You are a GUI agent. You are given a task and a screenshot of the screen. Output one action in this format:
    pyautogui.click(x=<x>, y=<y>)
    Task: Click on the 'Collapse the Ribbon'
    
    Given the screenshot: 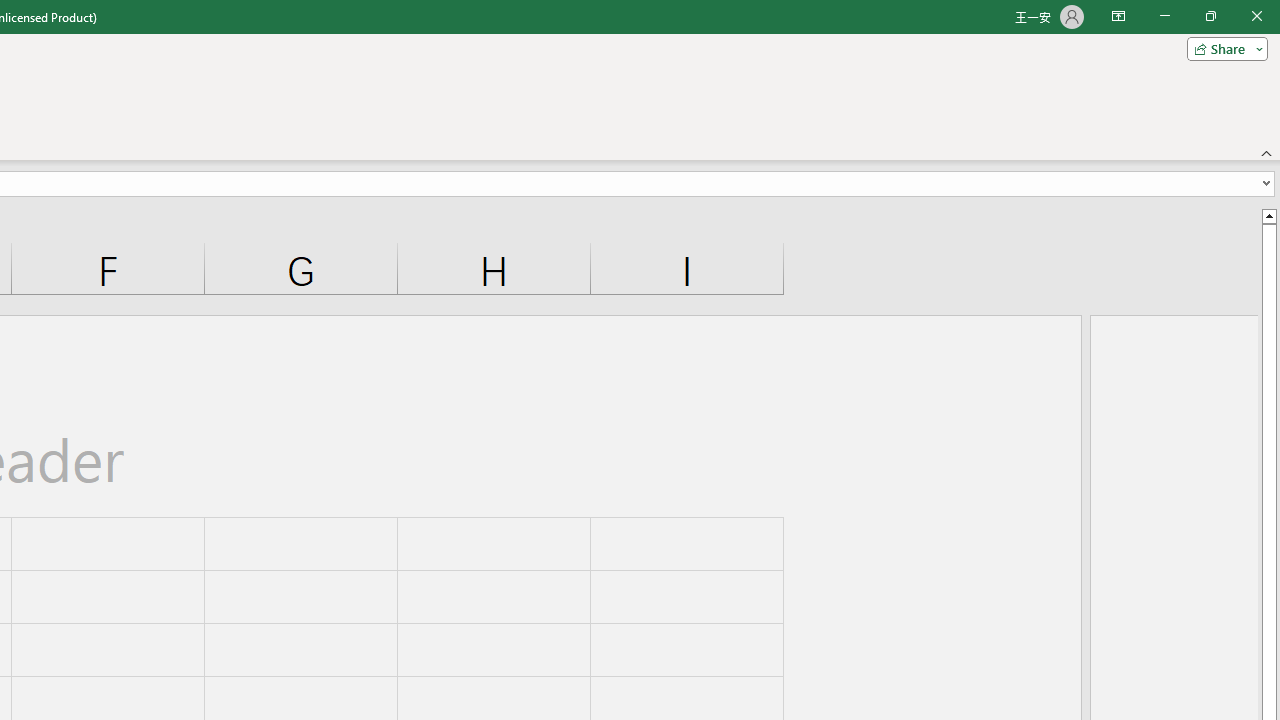 What is the action you would take?
    pyautogui.click(x=1266, y=152)
    